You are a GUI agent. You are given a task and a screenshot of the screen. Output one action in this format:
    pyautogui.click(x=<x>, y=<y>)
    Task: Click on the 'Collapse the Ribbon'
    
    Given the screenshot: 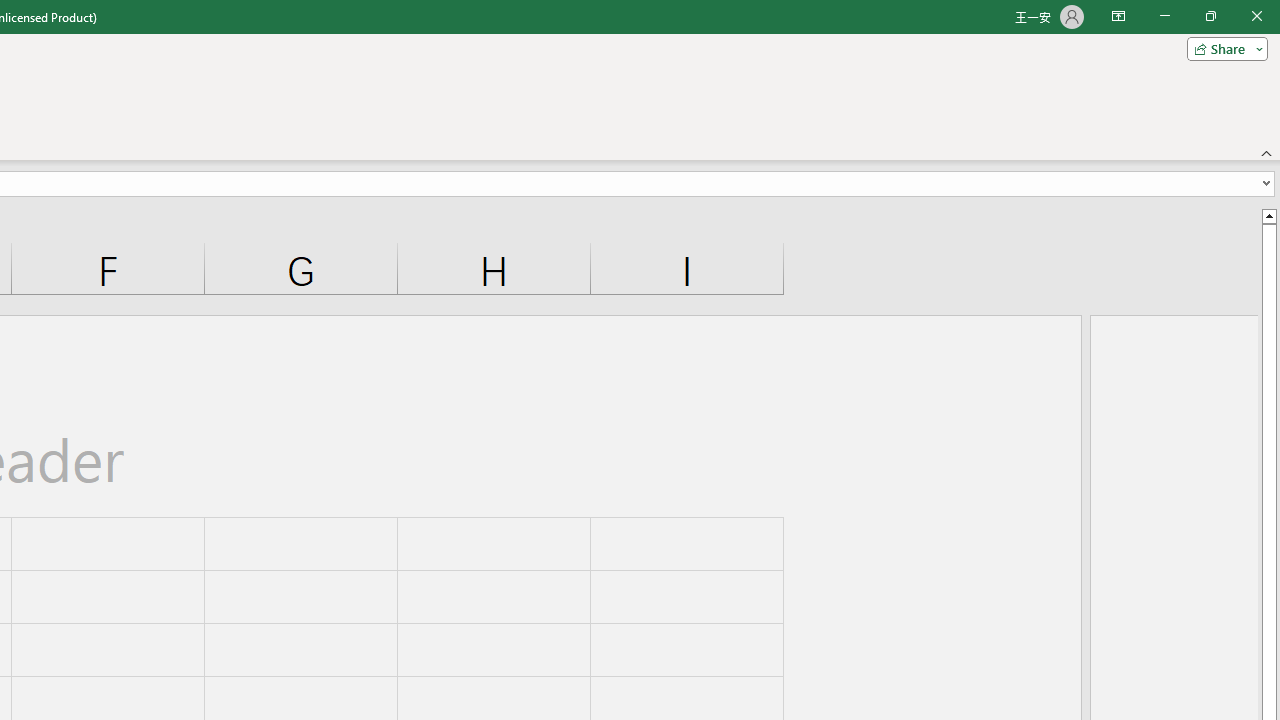 What is the action you would take?
    pyautogui.click(x=1266, y=152)
    